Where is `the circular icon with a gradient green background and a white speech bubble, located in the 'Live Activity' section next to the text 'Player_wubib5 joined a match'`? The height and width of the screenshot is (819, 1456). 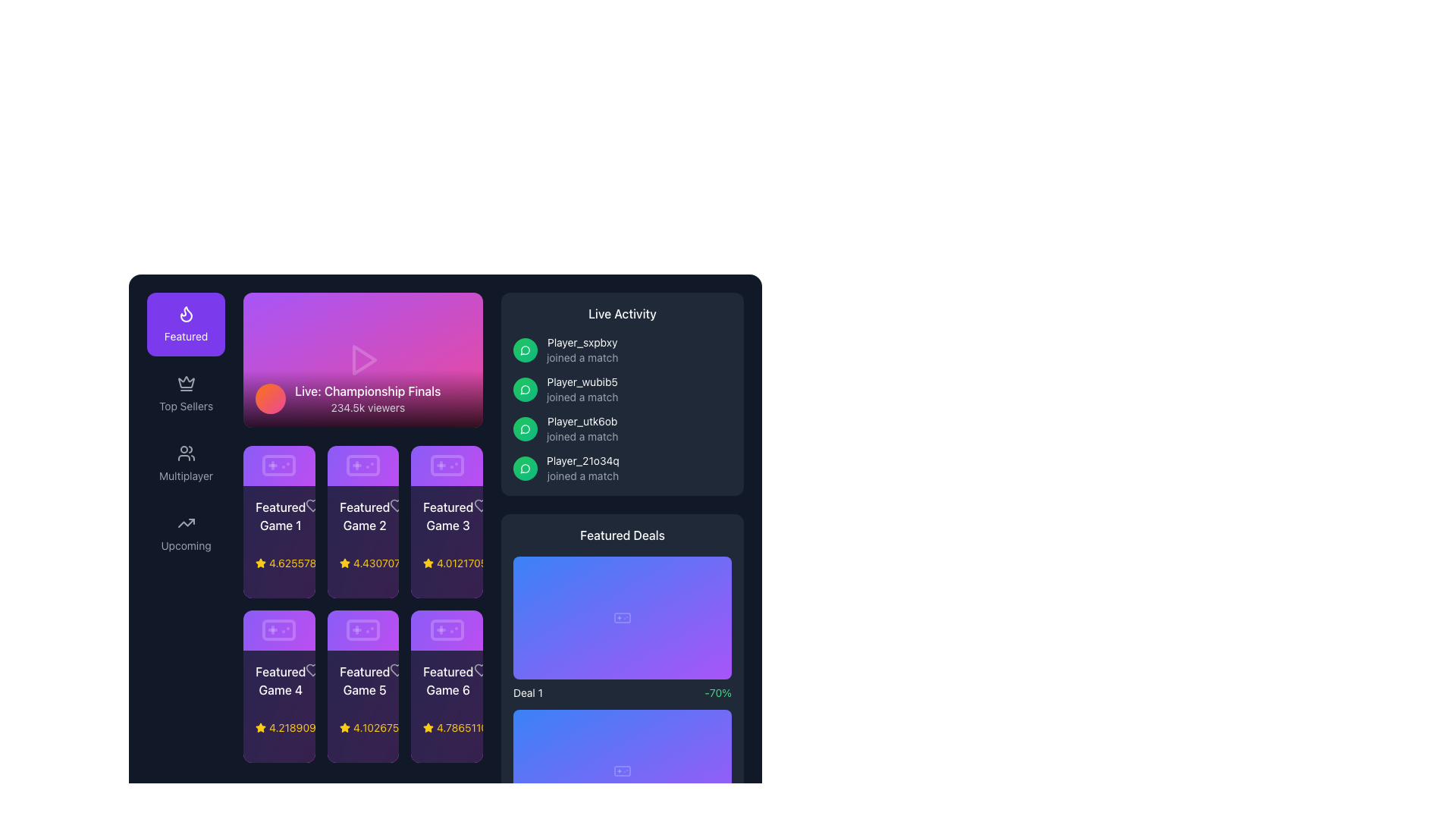 the circular icon with a gradient green background and a white speech bubble, located in the 'Live Activity' section next to the text 'Player_wubib5 joined a match' is located at coordinates (525, 388).